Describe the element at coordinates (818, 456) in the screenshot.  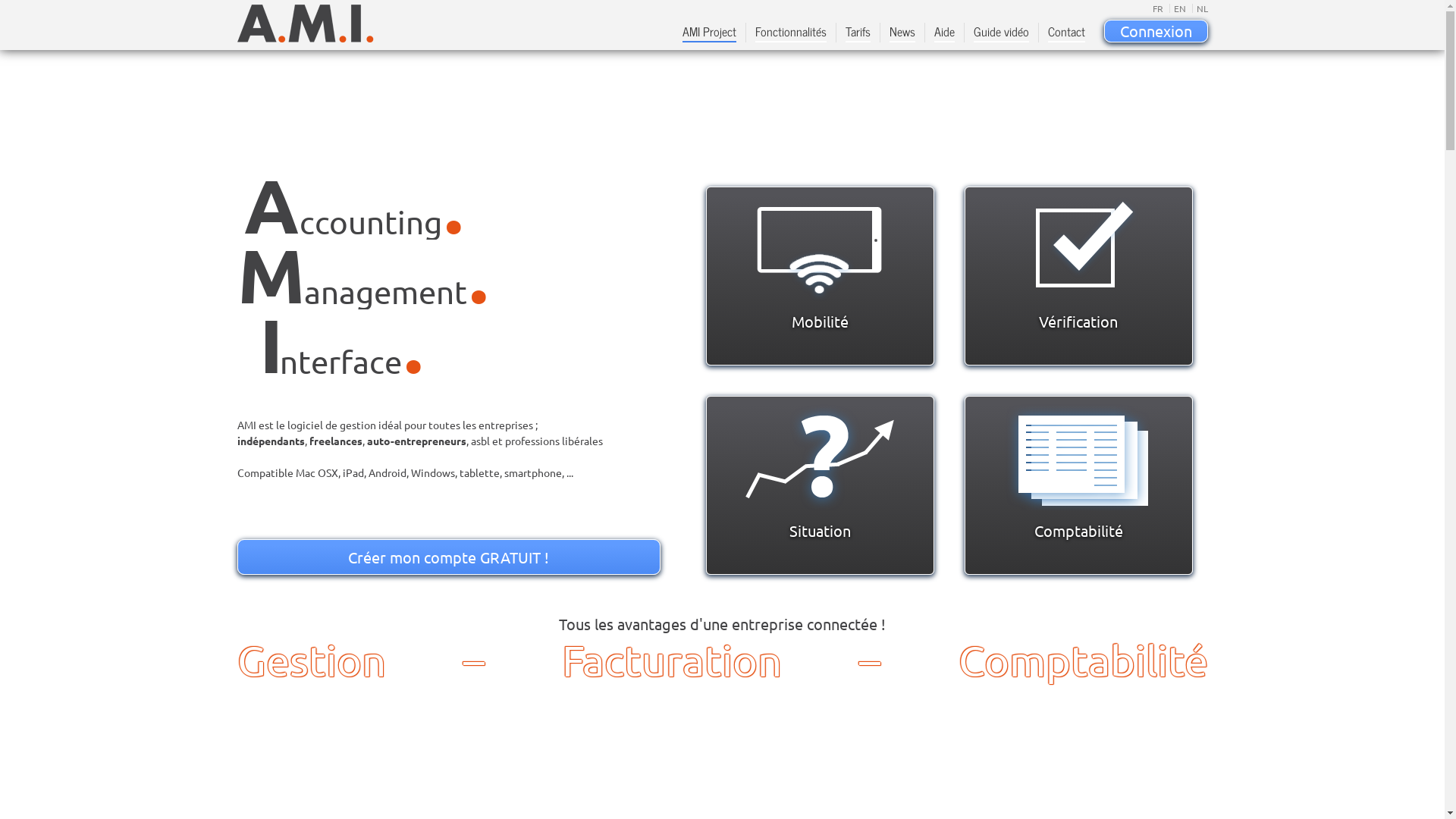
I see `'La situation de votre entreprise en un coup d'oeil'` at that location.